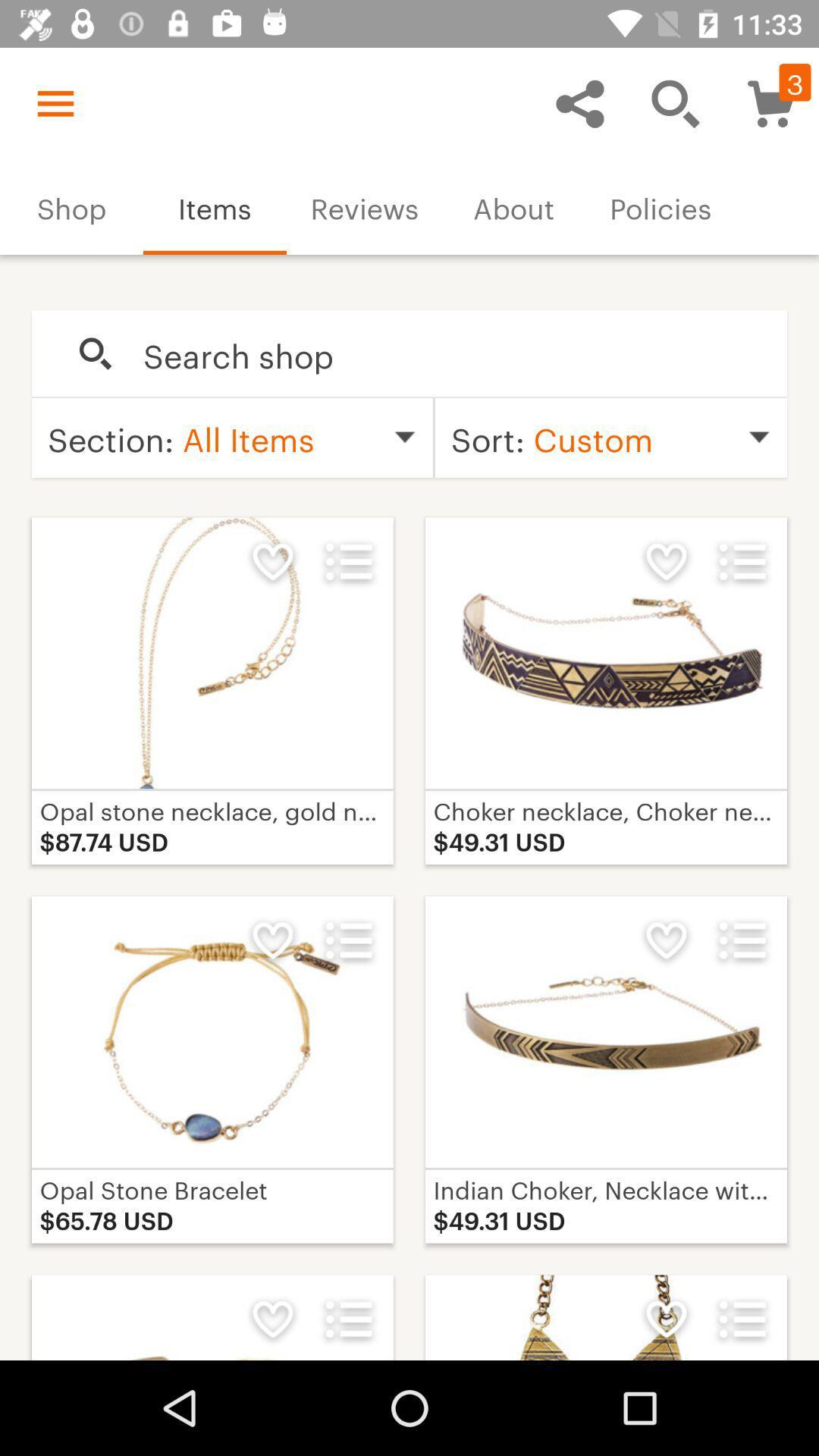 The height and width of the screenshot is (1456, 819). What do you see at coordinates (448, 353) in the screenshot?
I see `the text to search` at bounding box center [448, 353].